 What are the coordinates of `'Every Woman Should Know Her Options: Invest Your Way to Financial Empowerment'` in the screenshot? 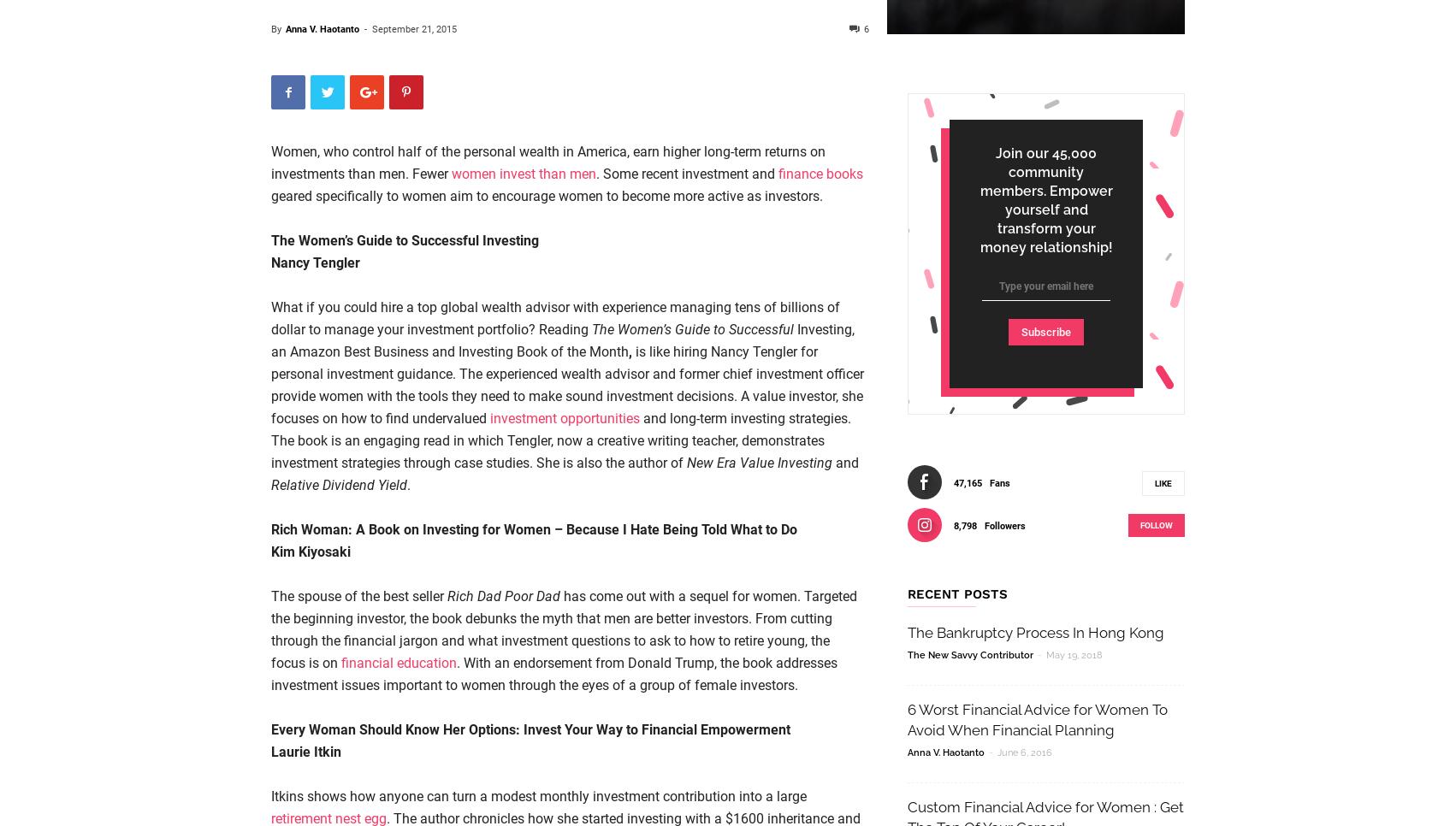 It's located at (271, 729).